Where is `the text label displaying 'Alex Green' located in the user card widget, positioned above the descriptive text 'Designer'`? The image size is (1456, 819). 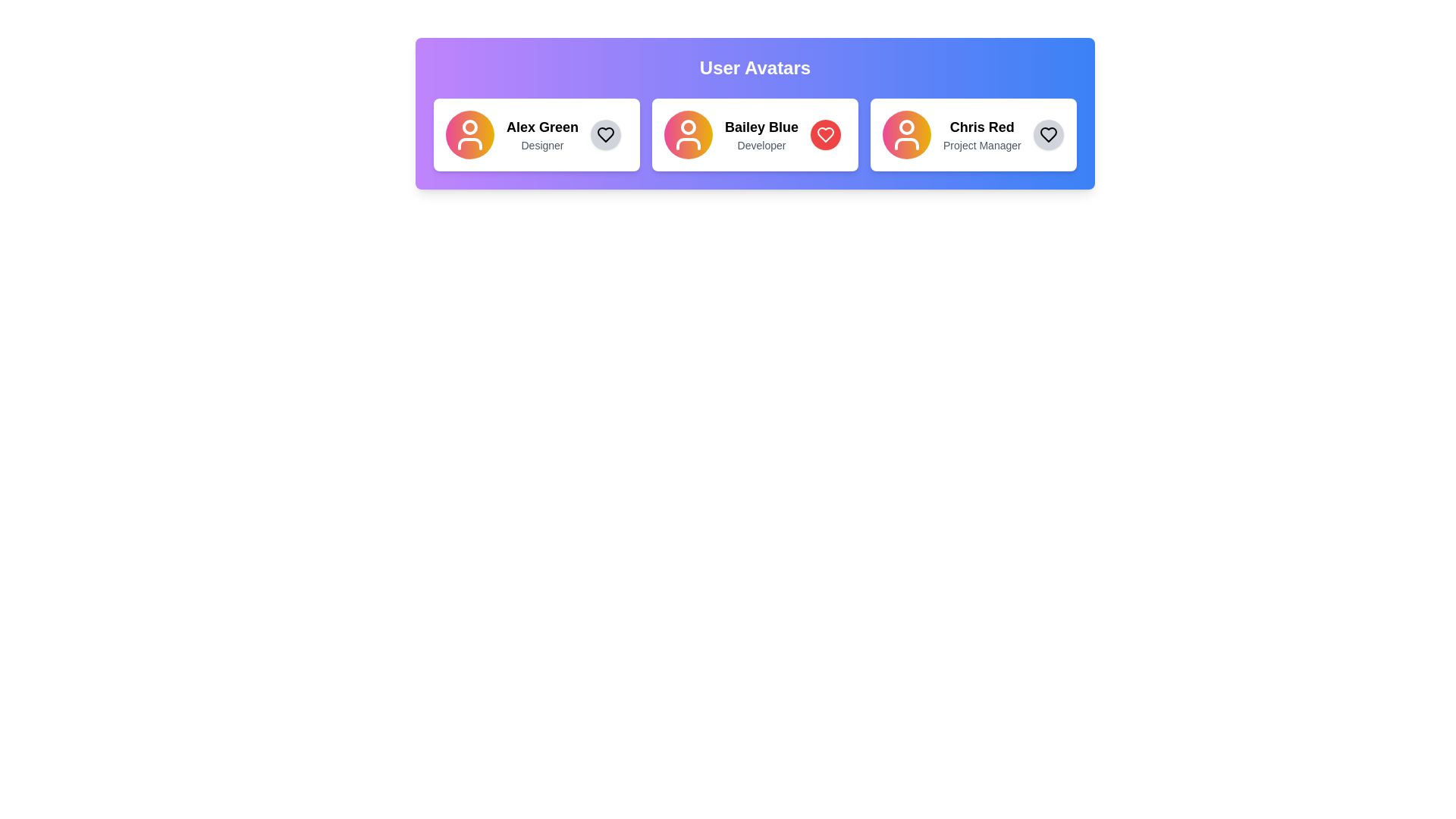
the text label displaying 'Alex Green' located in the user card widget, positioned above the descriptive text 'Designer' is located at coordinates (542, 127).